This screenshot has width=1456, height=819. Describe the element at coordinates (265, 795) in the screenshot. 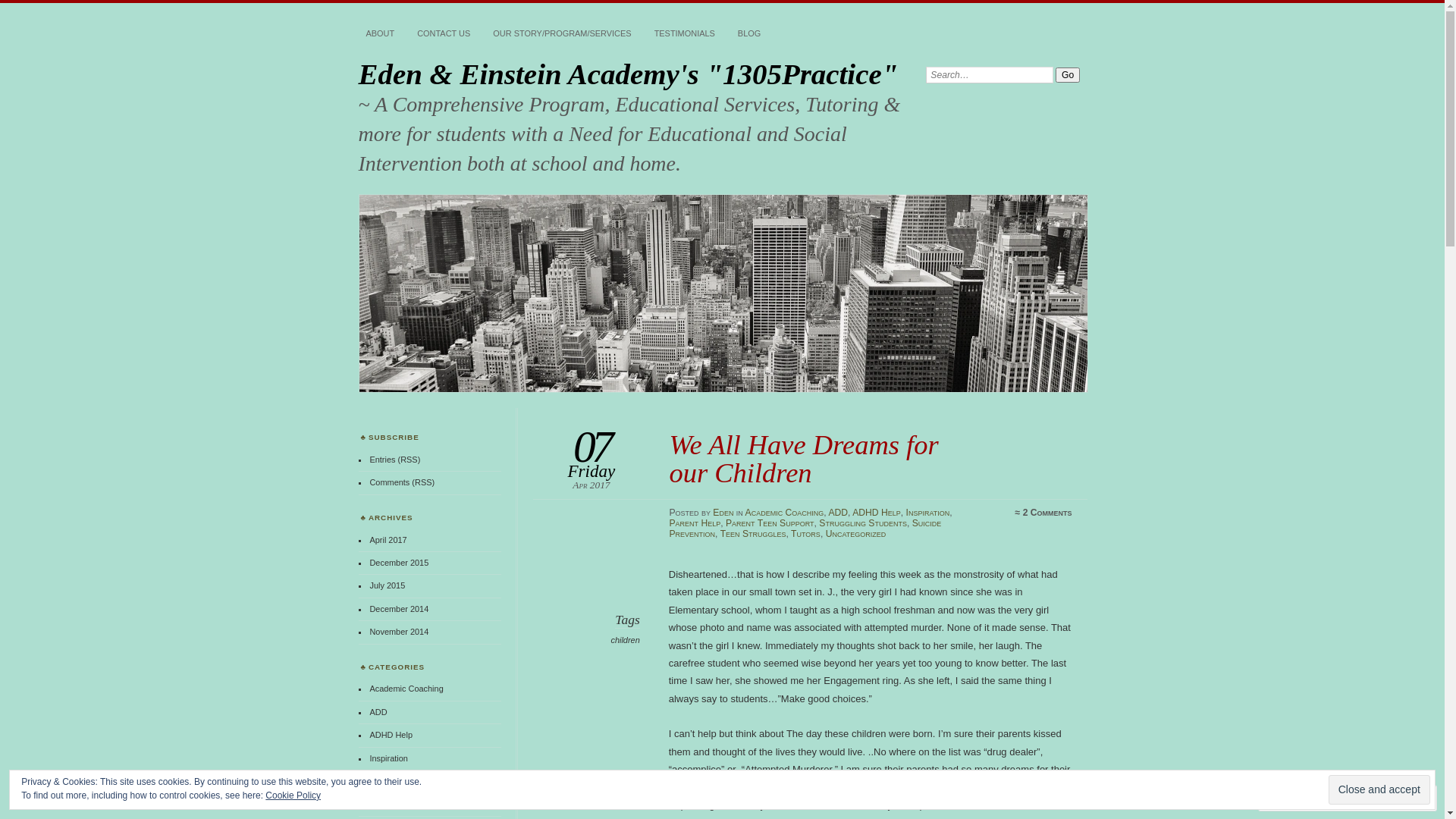

I see `'Cookie Policy'` at that location.